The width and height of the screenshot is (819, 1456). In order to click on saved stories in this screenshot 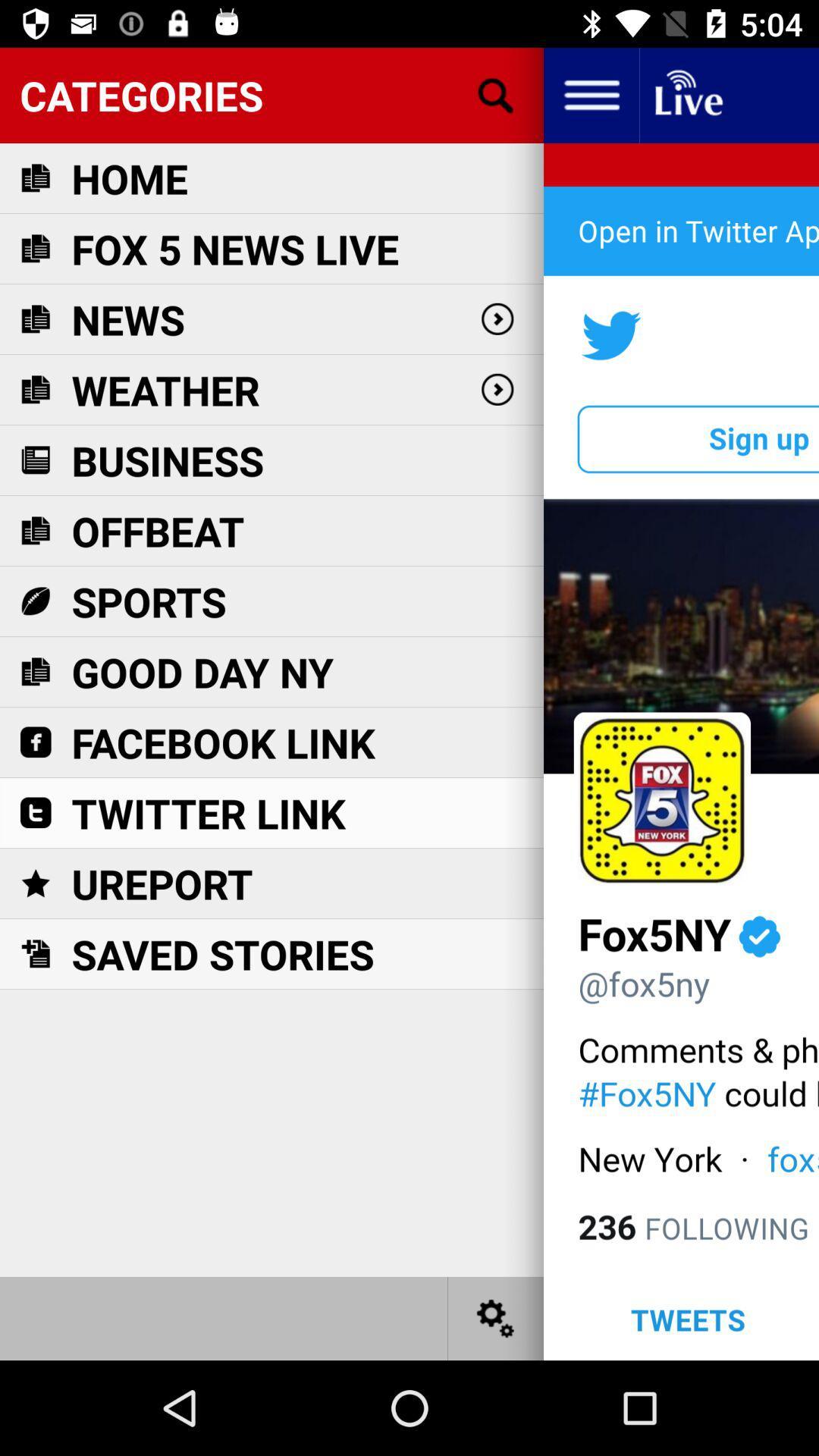, I will do `click(222, 953)`.